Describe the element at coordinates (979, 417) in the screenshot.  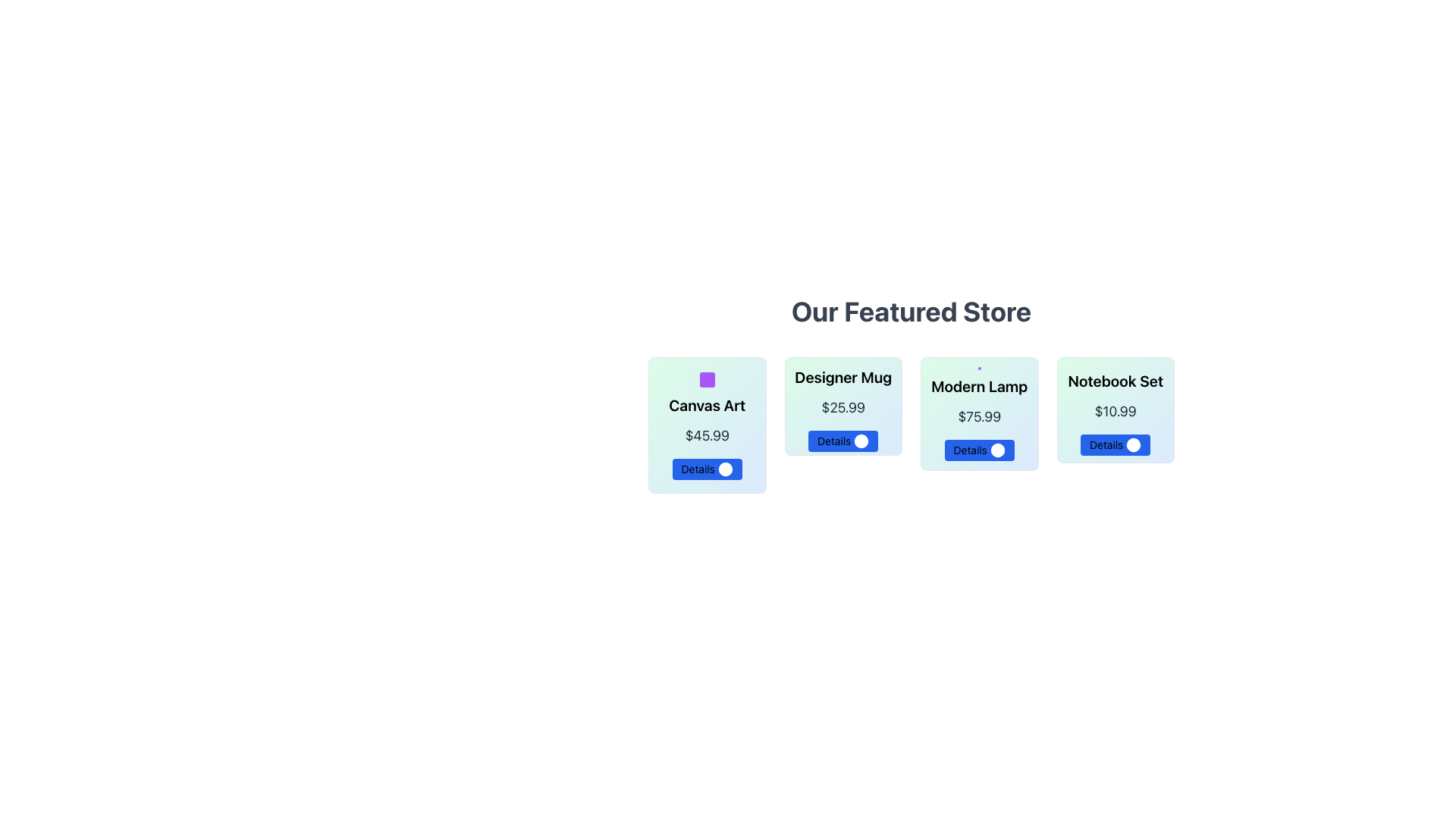
I see `the price display label for the Modern Lamp, which is positioned below the title and above the Details button in the product card` at that location.